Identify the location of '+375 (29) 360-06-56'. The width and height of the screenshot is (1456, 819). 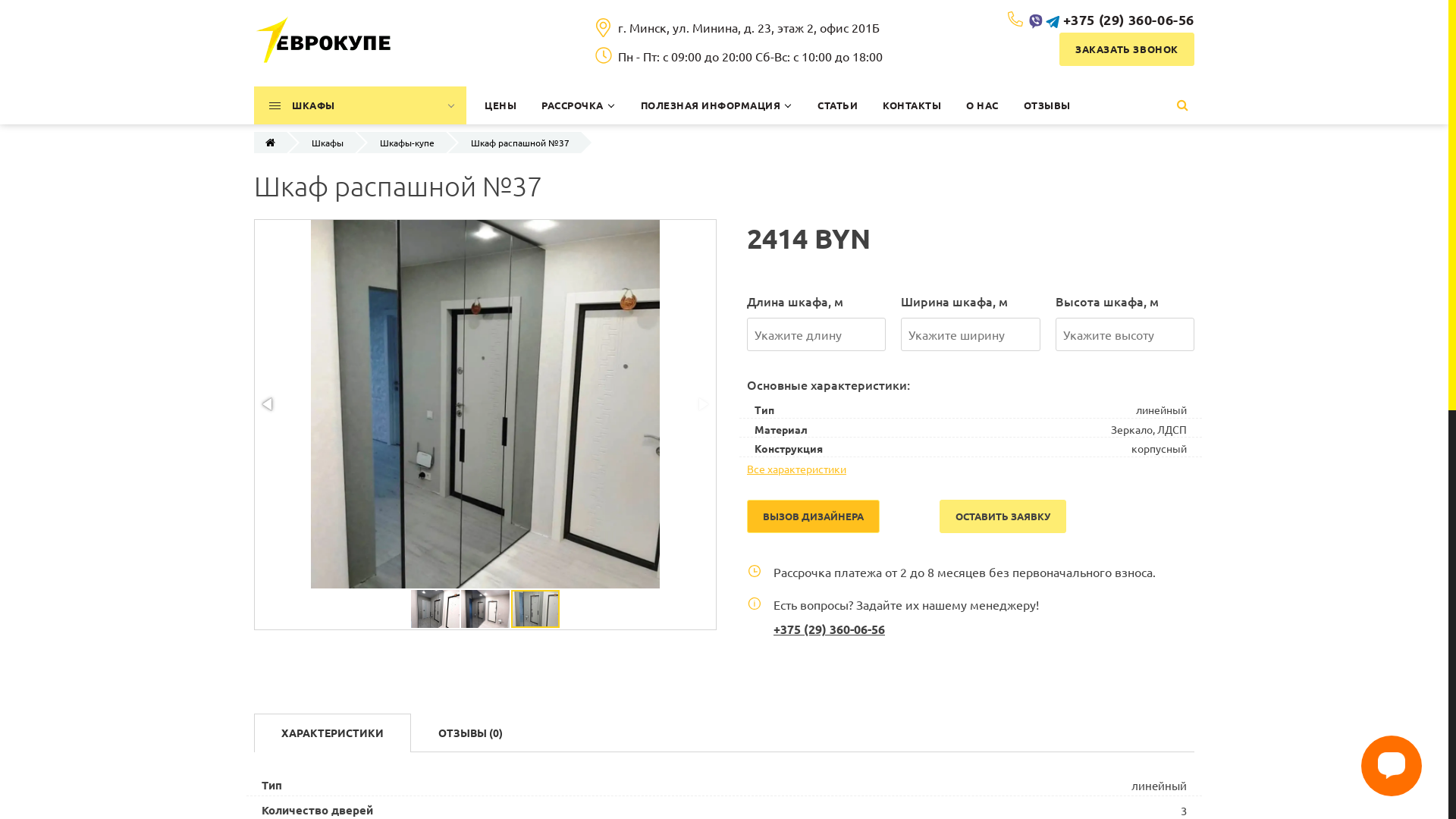
(828, 629).